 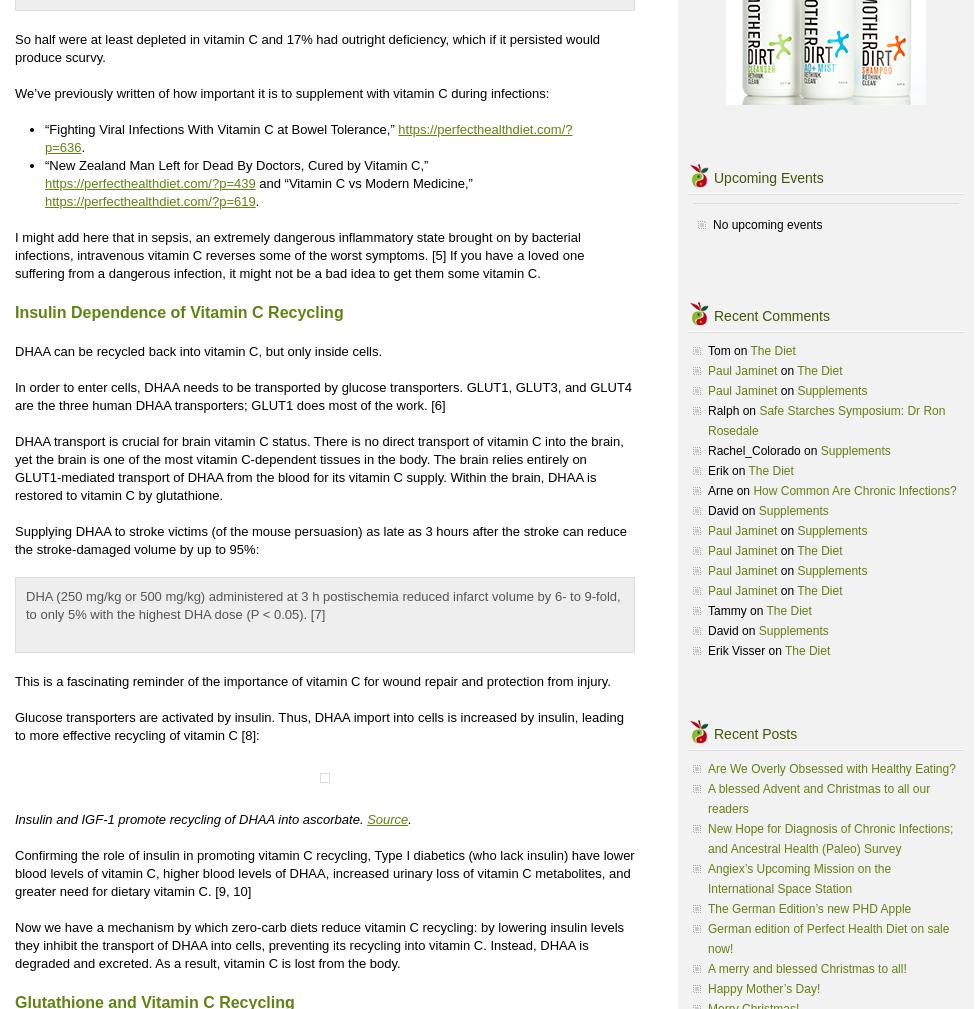 What do you see at coordinates (768, 176) in the screenshot?
I see `'Upcoming Events'` at bounding box center [768, 176].